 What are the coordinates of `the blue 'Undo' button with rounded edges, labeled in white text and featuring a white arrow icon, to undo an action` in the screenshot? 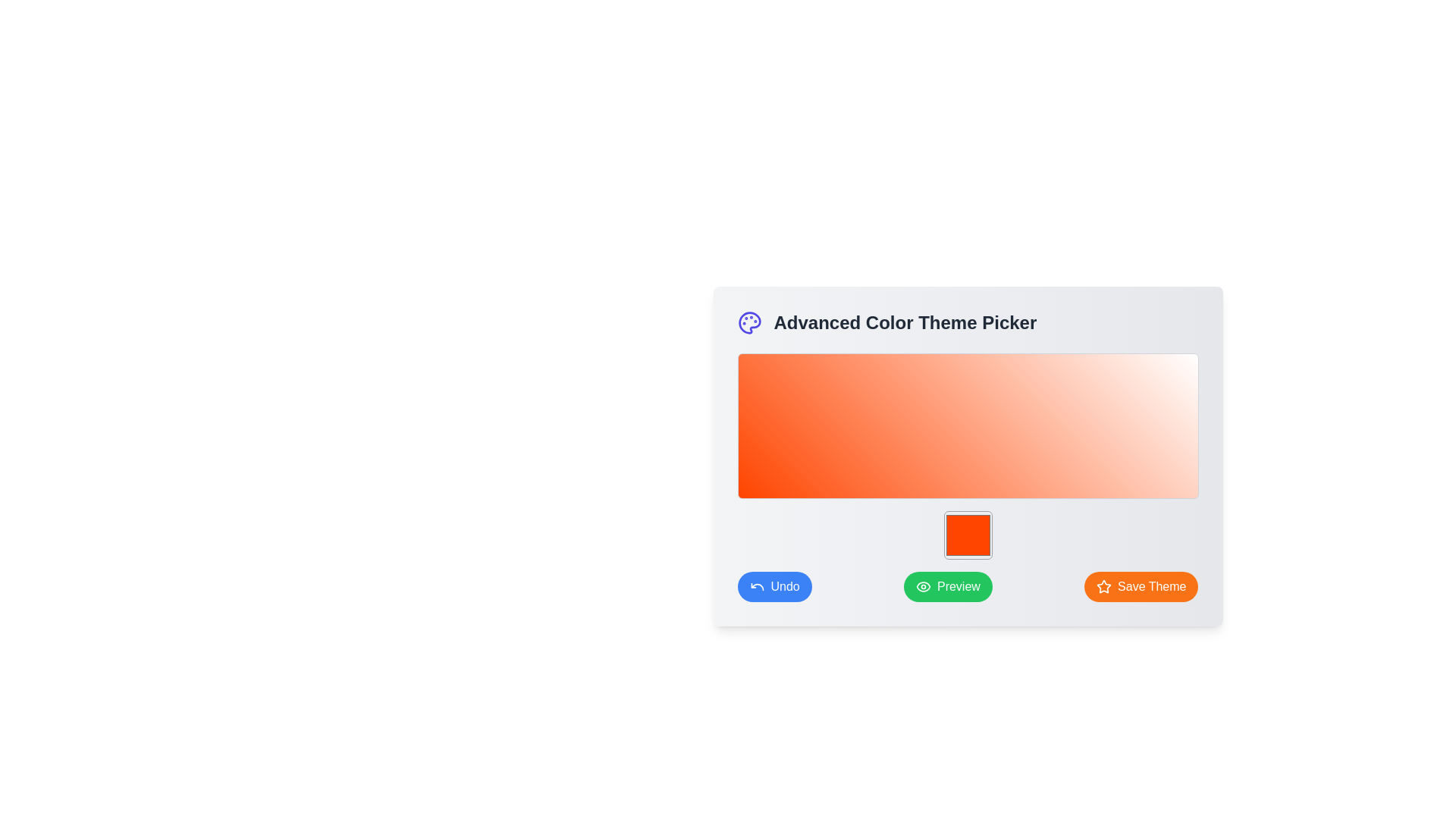 It's located at (774, 586).